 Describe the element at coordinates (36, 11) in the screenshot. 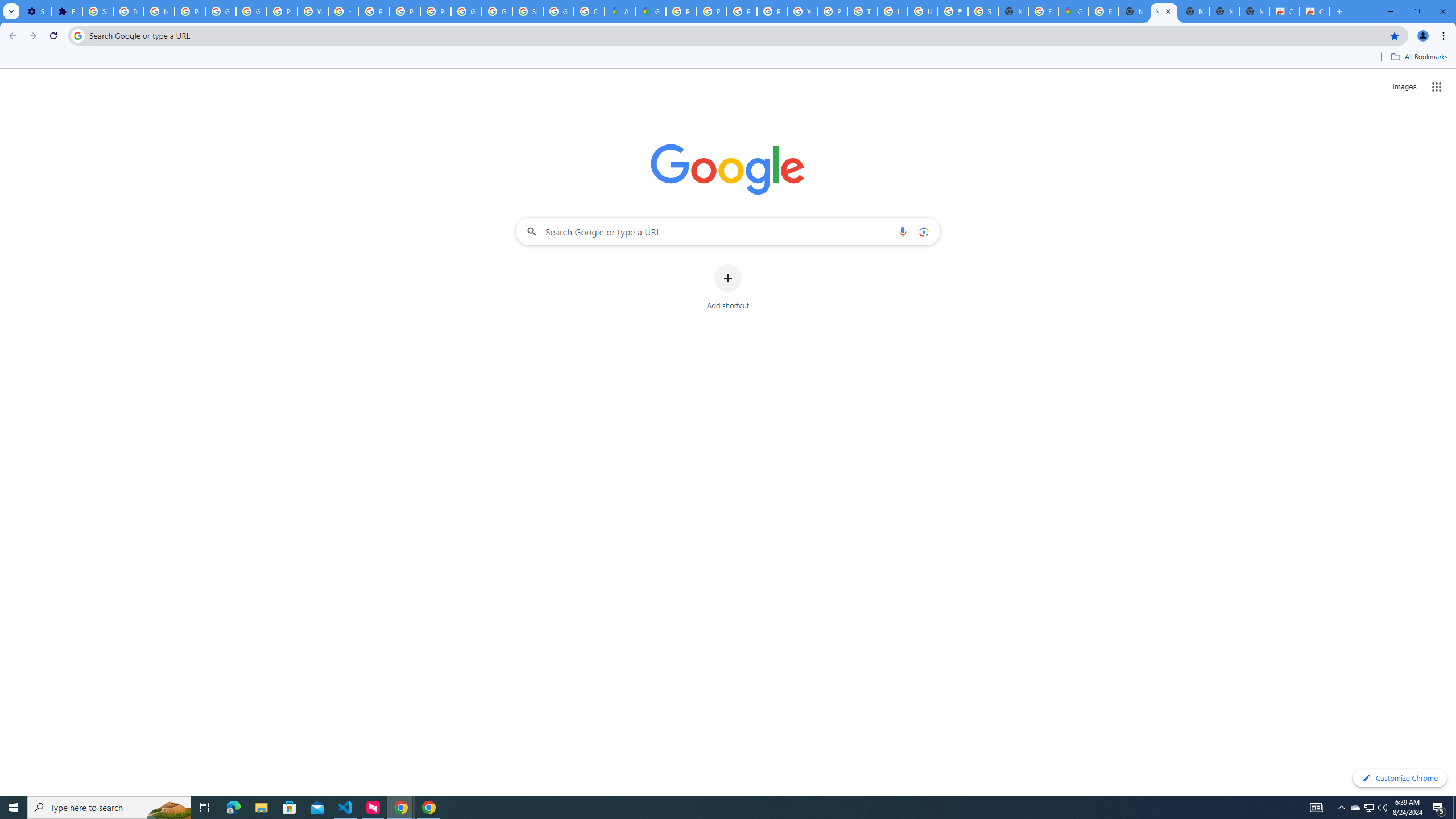

I see `'Settings - On startup'` at that location.